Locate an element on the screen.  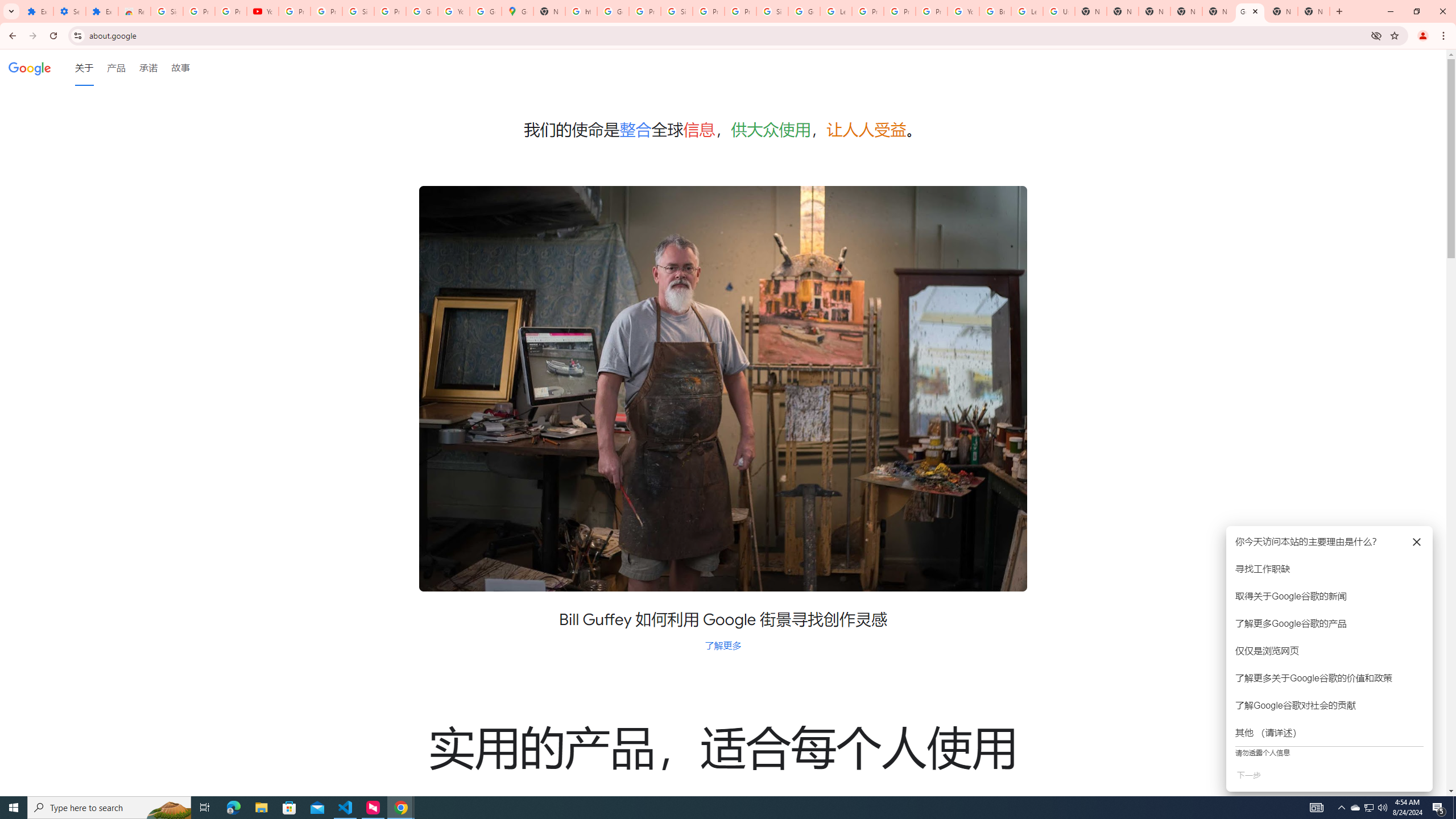
'Extensions' is located at coordinates (37, 11).